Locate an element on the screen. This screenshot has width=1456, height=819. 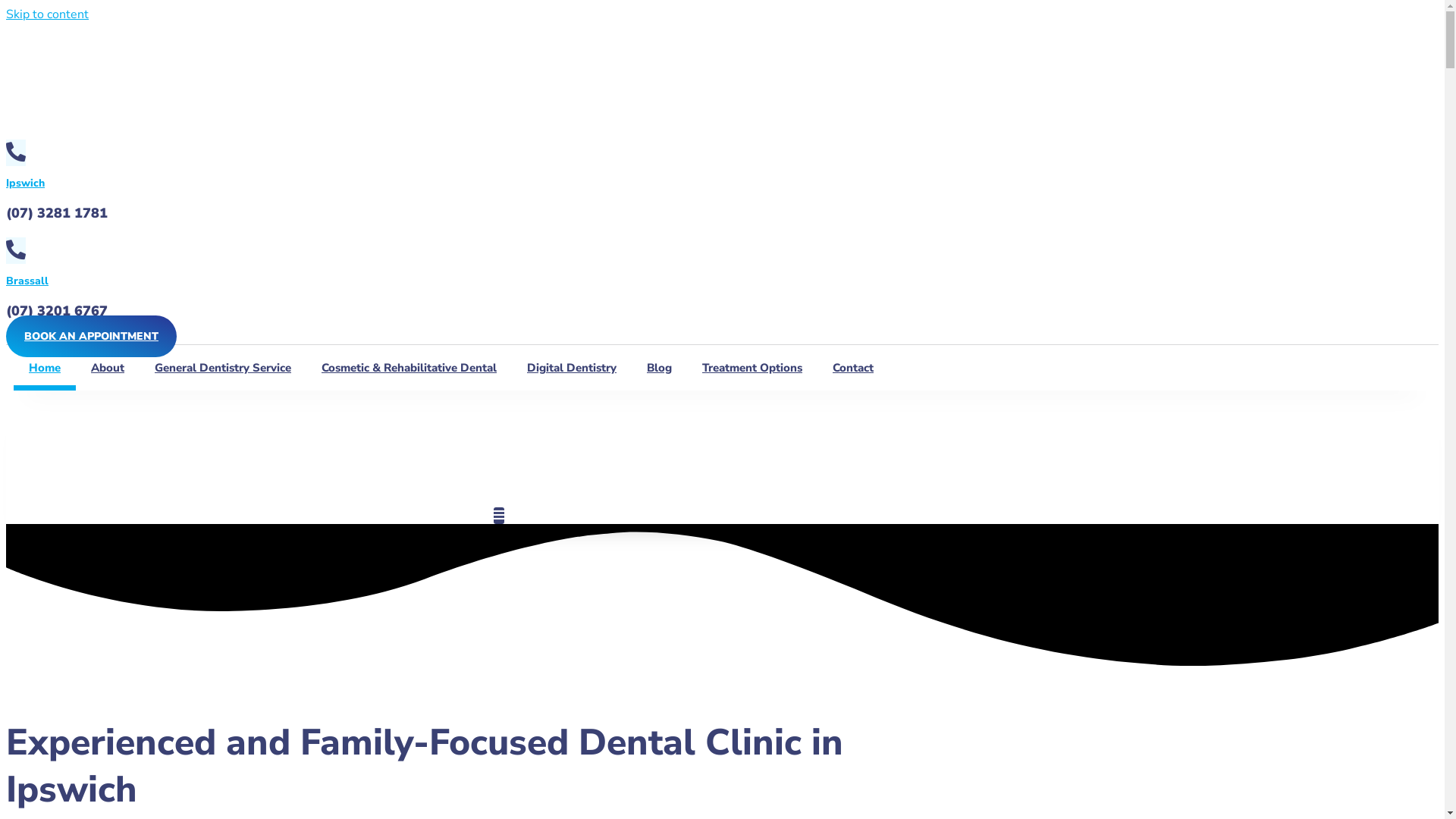
'Treatment Options' is located at coordinates (752, 368).